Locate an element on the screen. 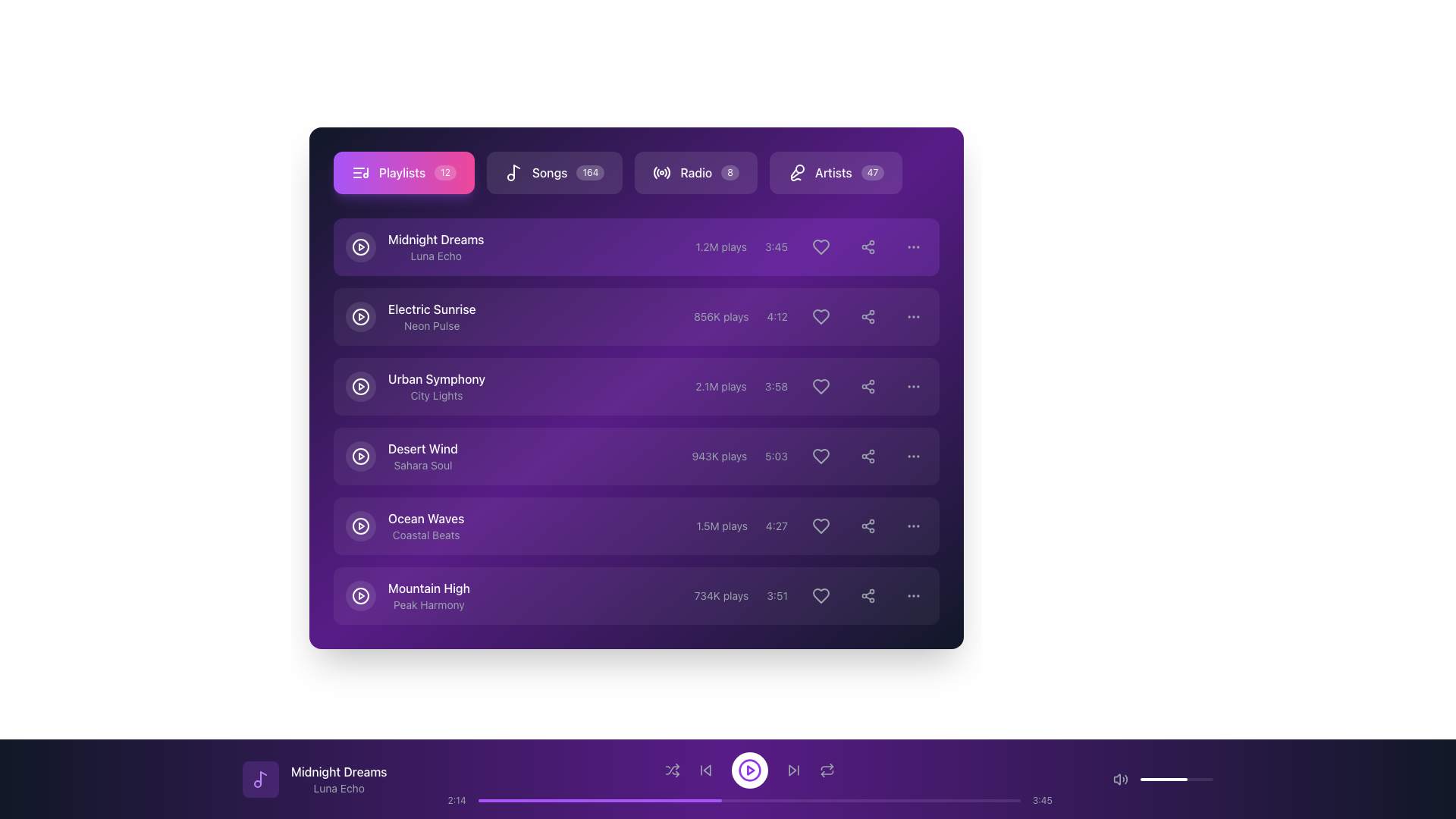 Image resolution: width=1456 pixels, height=819 pixels. the fifth button in the horizontal layout of media playback controls at the bottom of the application interface is located at coordinates (827, 770).